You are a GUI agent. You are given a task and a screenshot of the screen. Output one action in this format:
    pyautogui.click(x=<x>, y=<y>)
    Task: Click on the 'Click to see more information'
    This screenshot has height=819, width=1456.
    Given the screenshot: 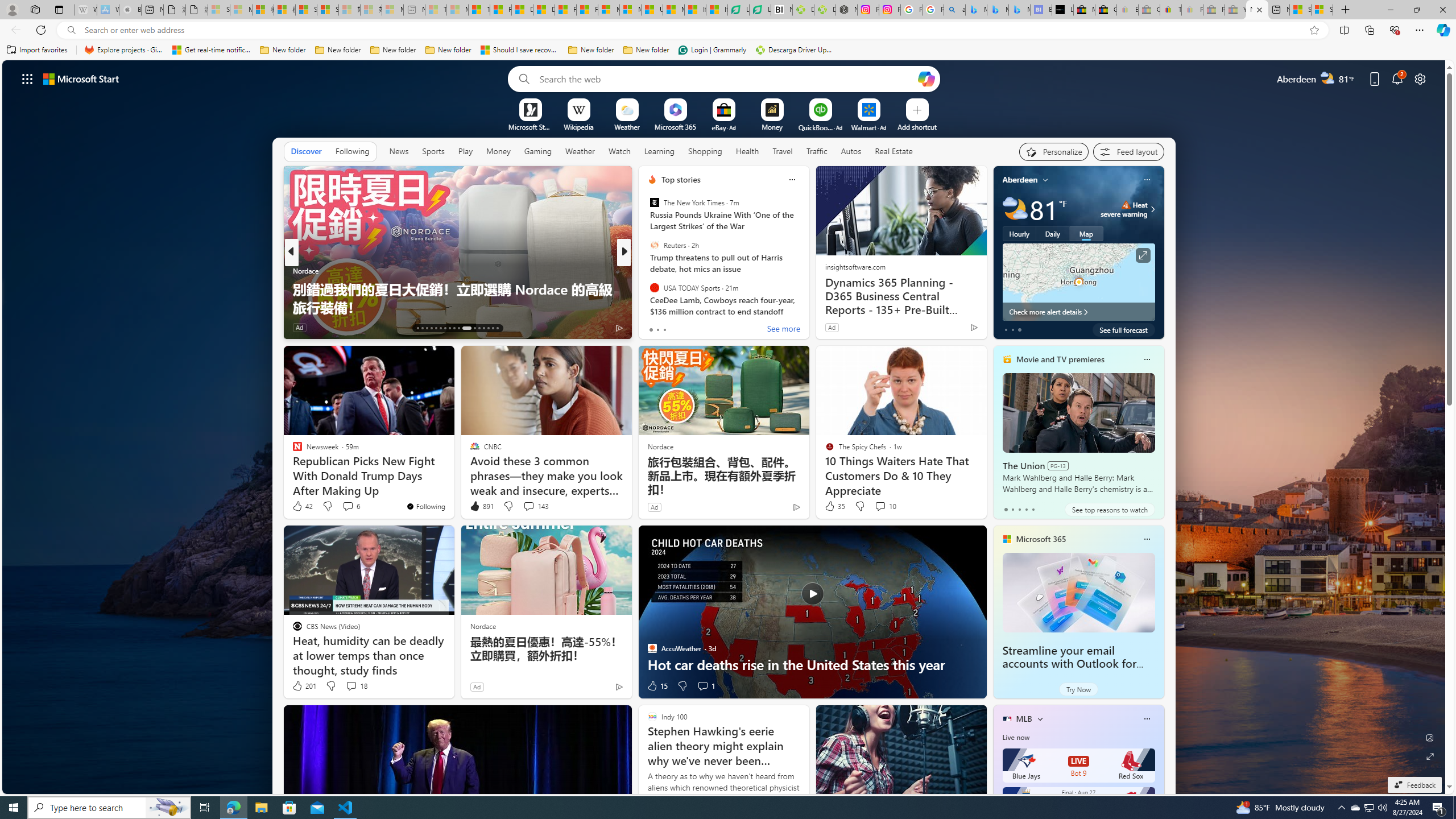 What is the action you would take?
    pyautogui.click(x=1143, y=255)
    